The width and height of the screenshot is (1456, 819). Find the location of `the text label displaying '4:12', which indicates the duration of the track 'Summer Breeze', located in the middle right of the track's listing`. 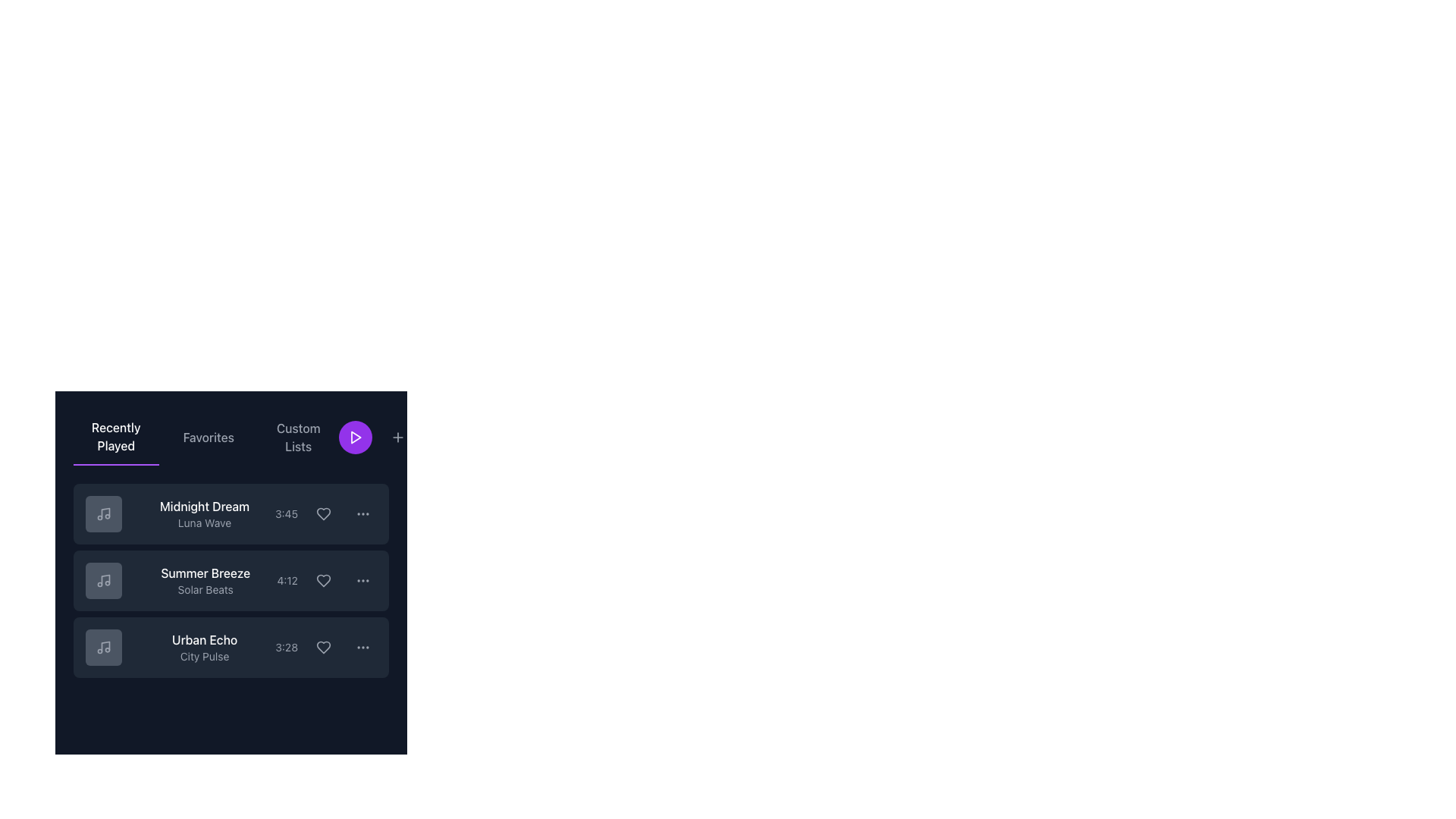

the text label displaying '4:12', which indicates the duration of the track 'Summer Breeze', located in the middle right of the track's listing is located at coordinates (287, 580).